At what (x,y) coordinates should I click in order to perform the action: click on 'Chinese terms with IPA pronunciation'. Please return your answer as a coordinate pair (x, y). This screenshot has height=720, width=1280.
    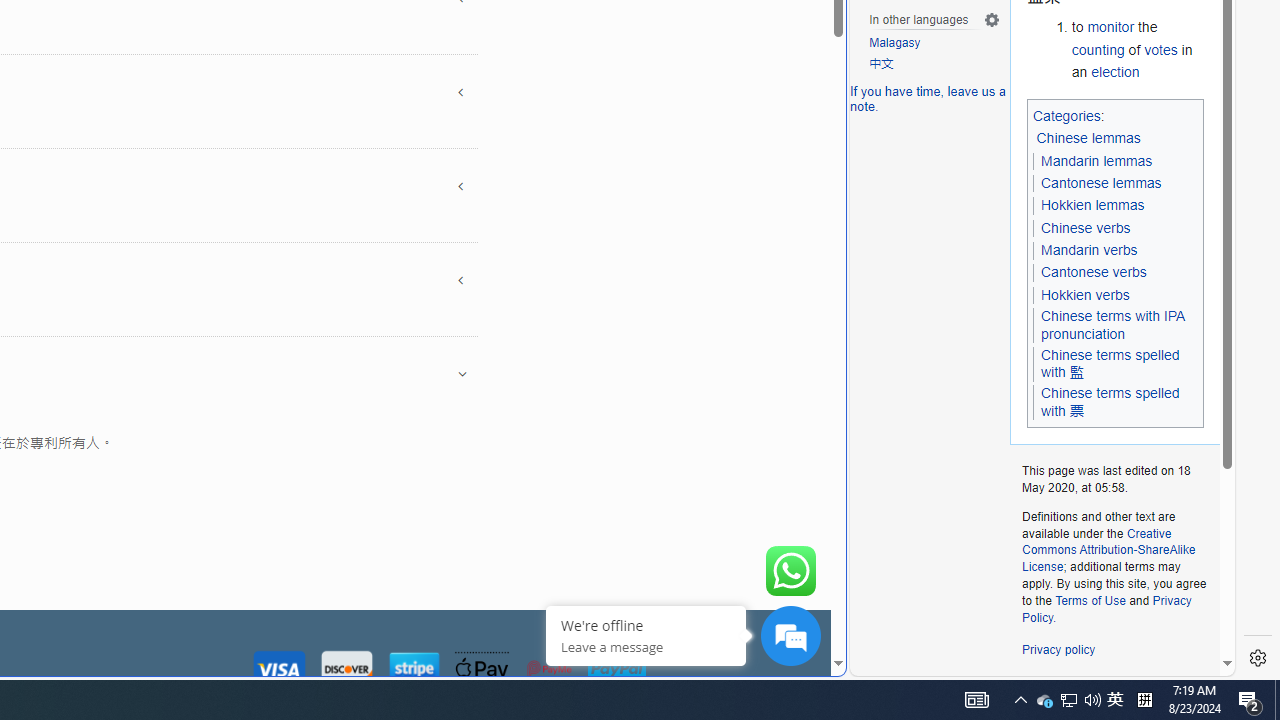
    Looking at the image, I should click on (1114, 325).